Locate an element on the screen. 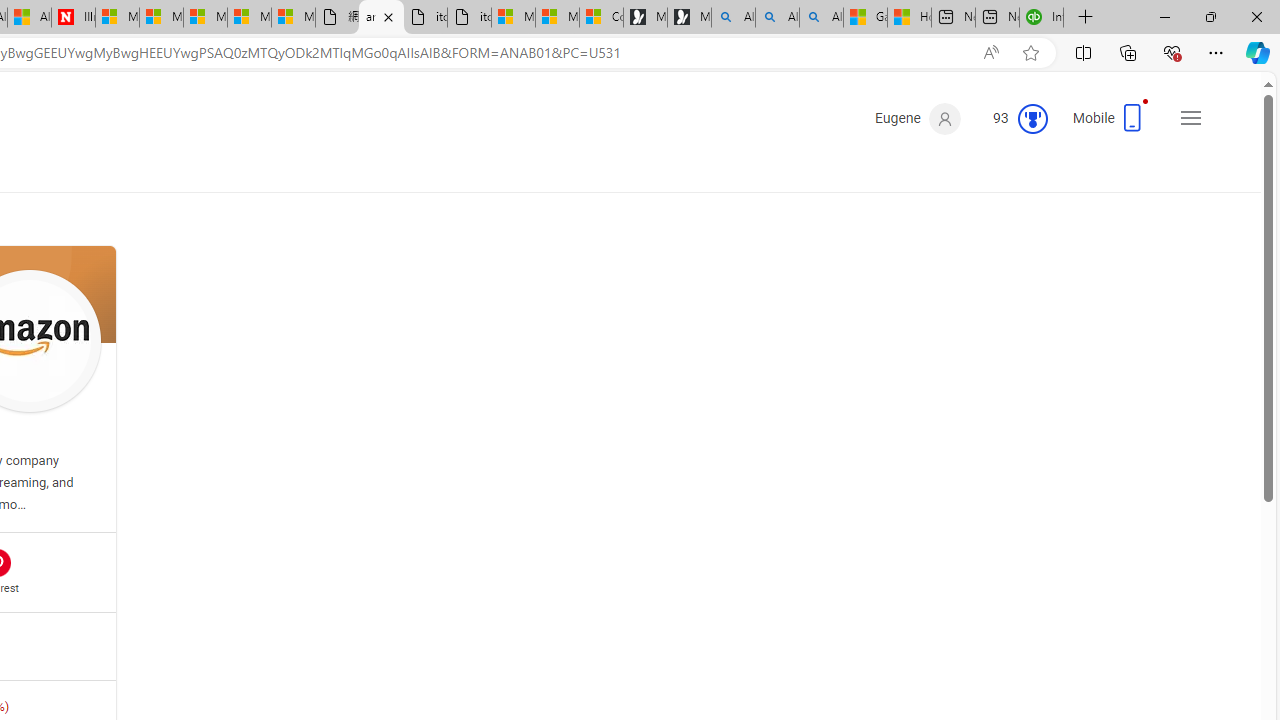  'itconcepthk.com/projector_solutions.mp4' is located at coordinates (468, 17).